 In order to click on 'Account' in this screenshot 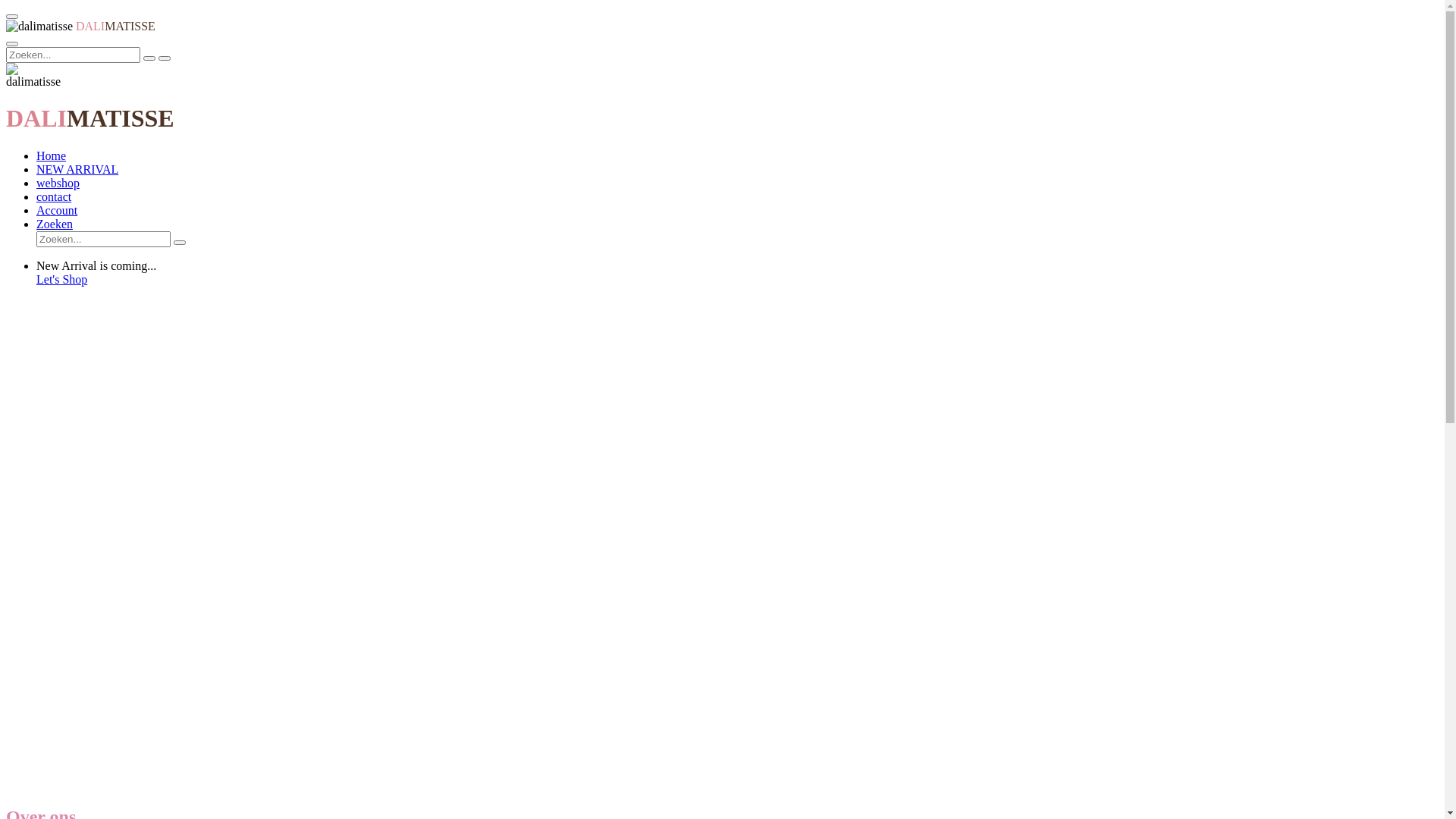, I will do `click(57, 210)`.